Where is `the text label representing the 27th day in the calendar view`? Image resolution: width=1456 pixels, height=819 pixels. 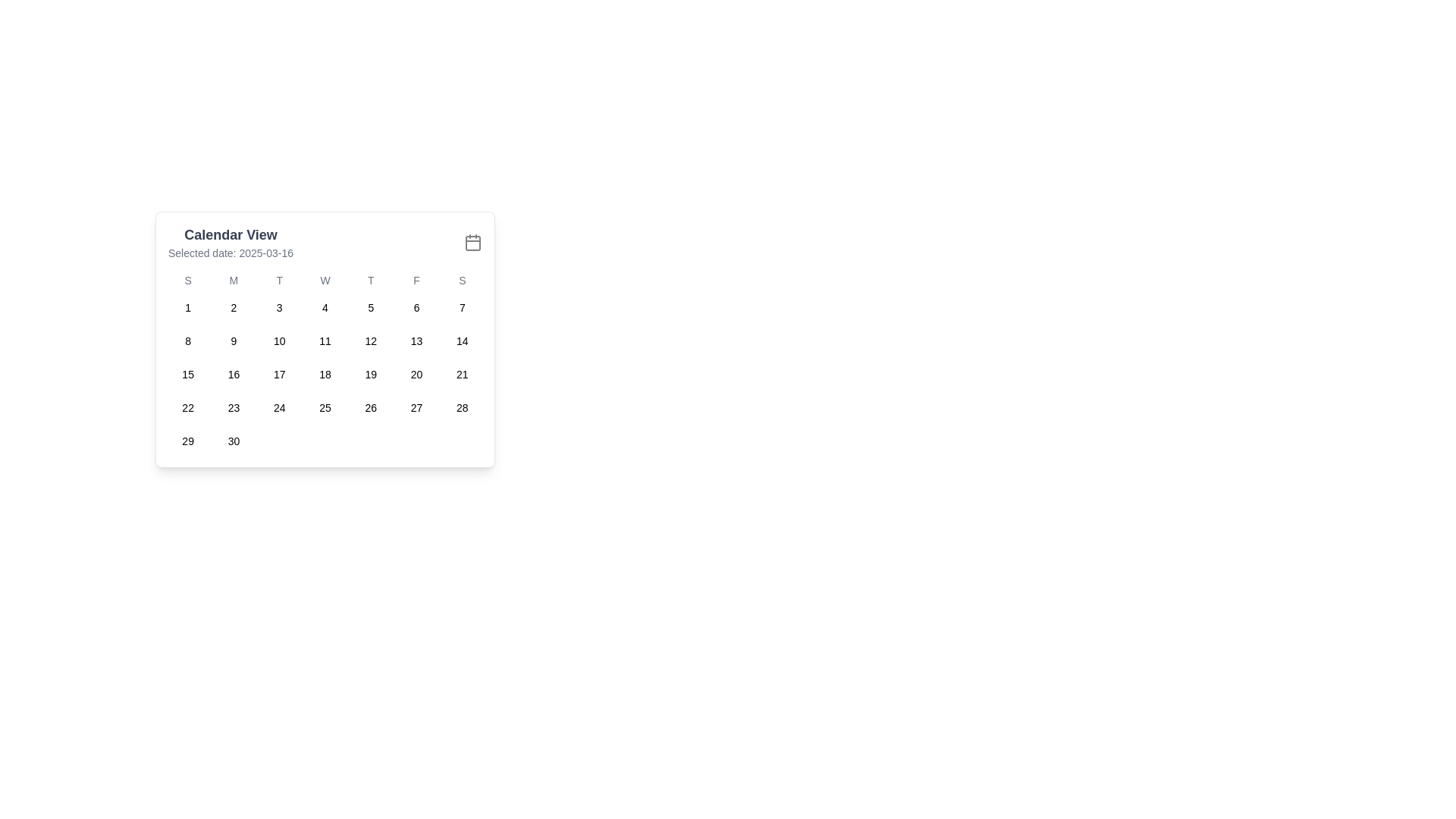 the text label representing the 27th day in the calendar view is located at coordinates (416, 406).